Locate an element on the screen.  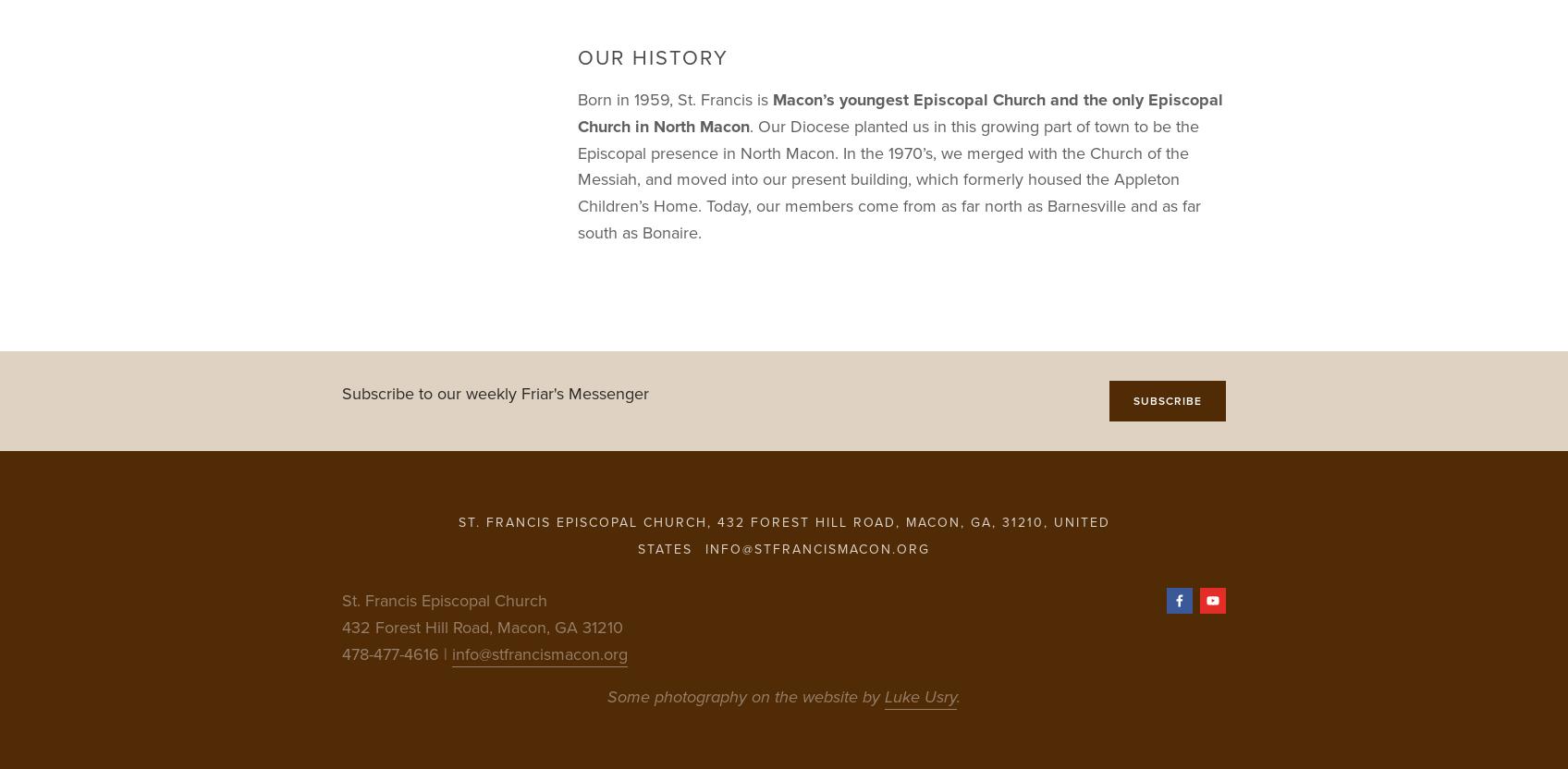
'St. Francis Episcopal Church, 432 Forest Hill Road, Macon, GA, 31210, United States' is located at coordinates (782, 533).